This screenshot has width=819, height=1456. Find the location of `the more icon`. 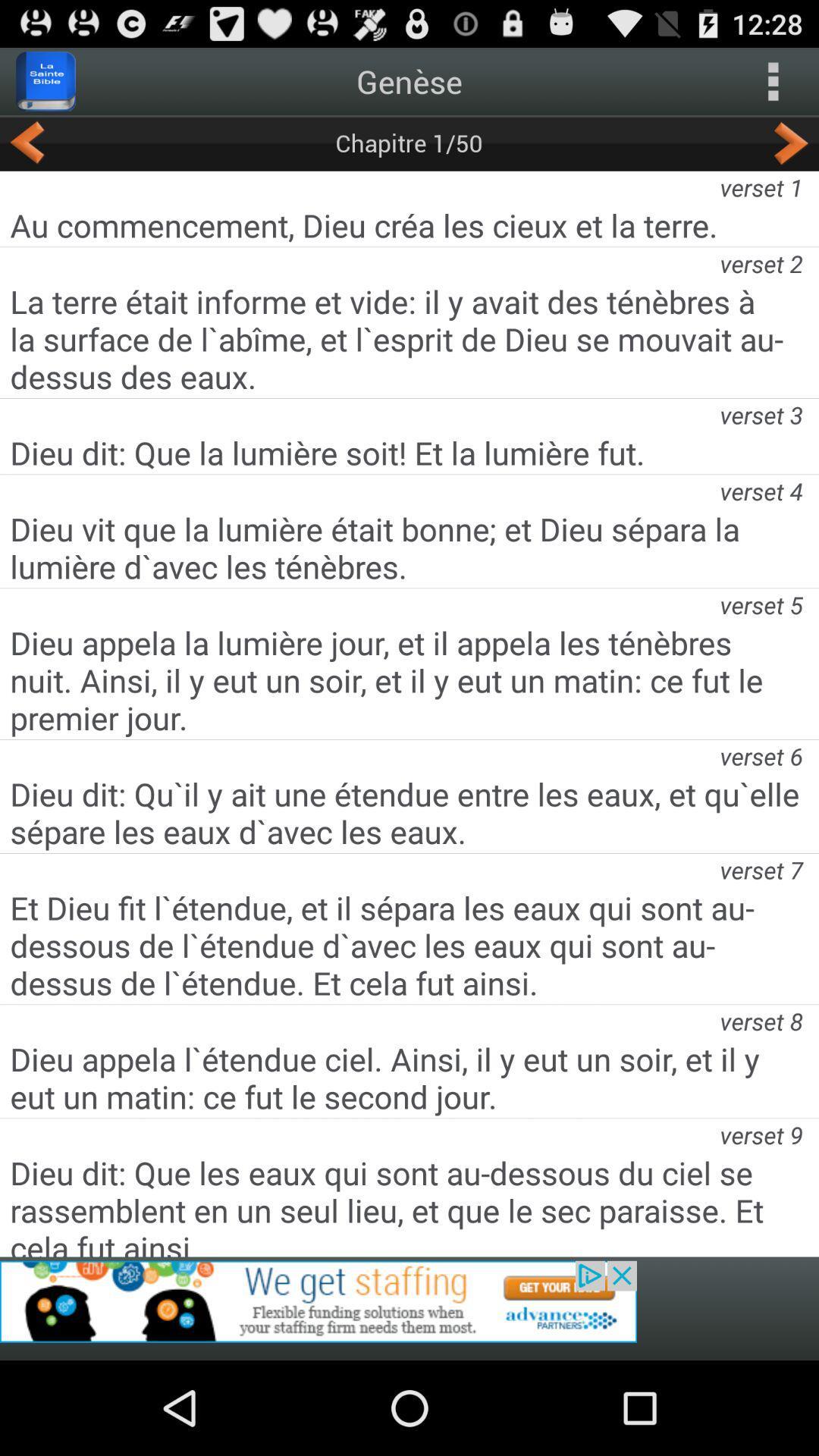

the more icon is located at coordinates (773, 86).